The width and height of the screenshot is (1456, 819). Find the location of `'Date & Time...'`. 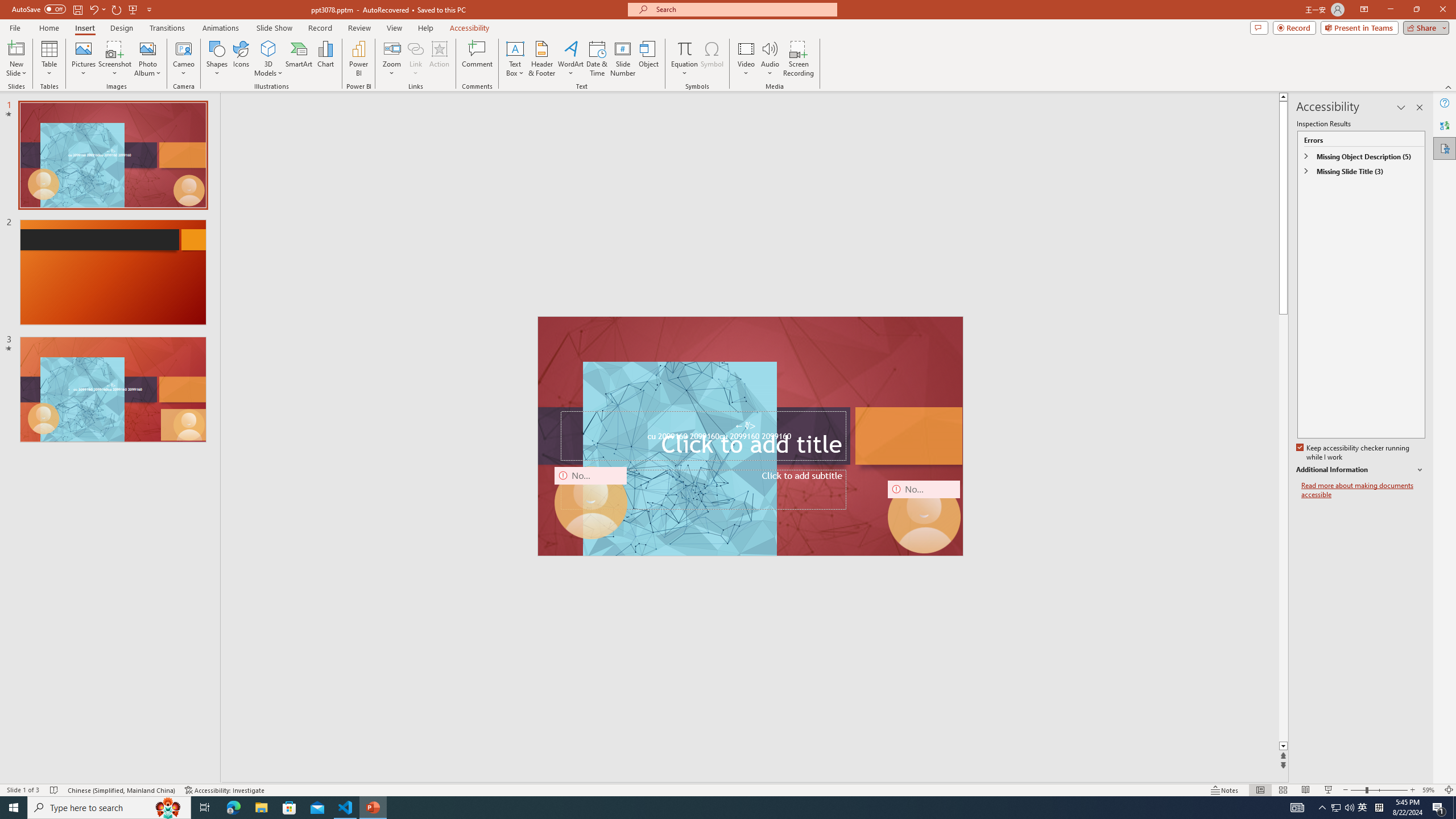

'Date & Time...' is located at coordinates (596, 59).